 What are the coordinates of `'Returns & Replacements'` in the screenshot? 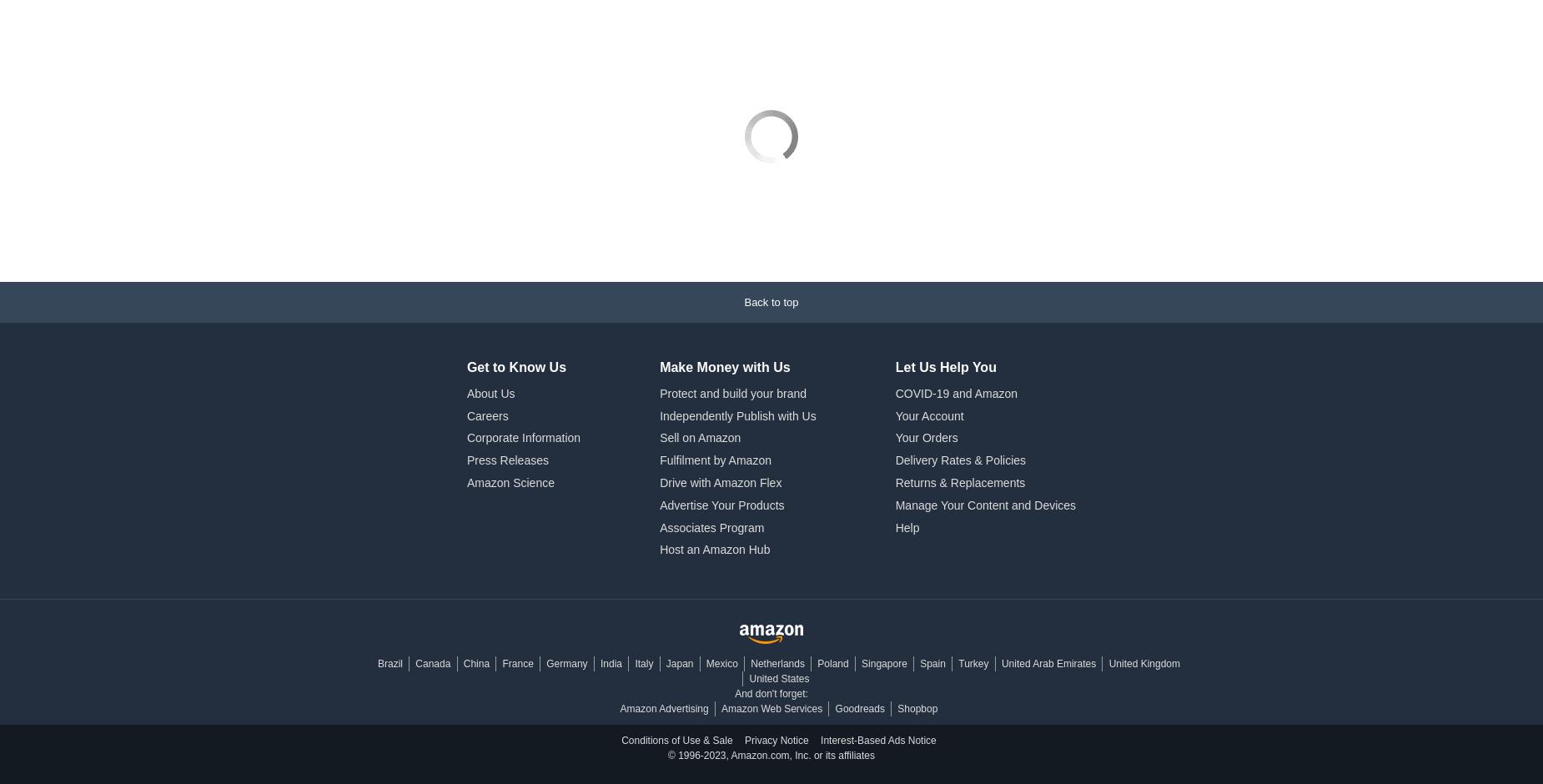 It's located at (959, 388).